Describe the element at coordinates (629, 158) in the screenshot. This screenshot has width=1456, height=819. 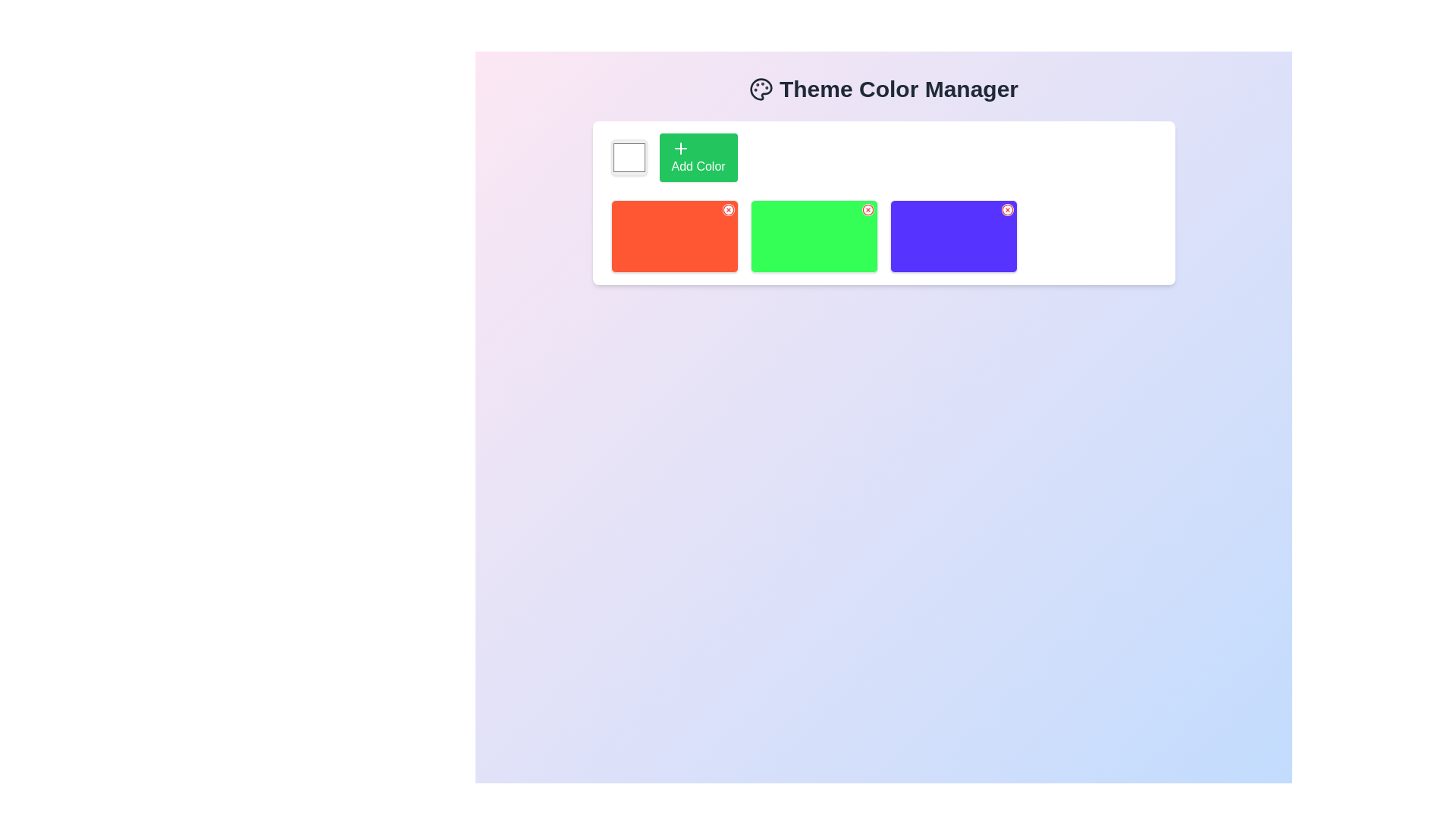
I see `the first color swatch in the Color Picker` at that location.